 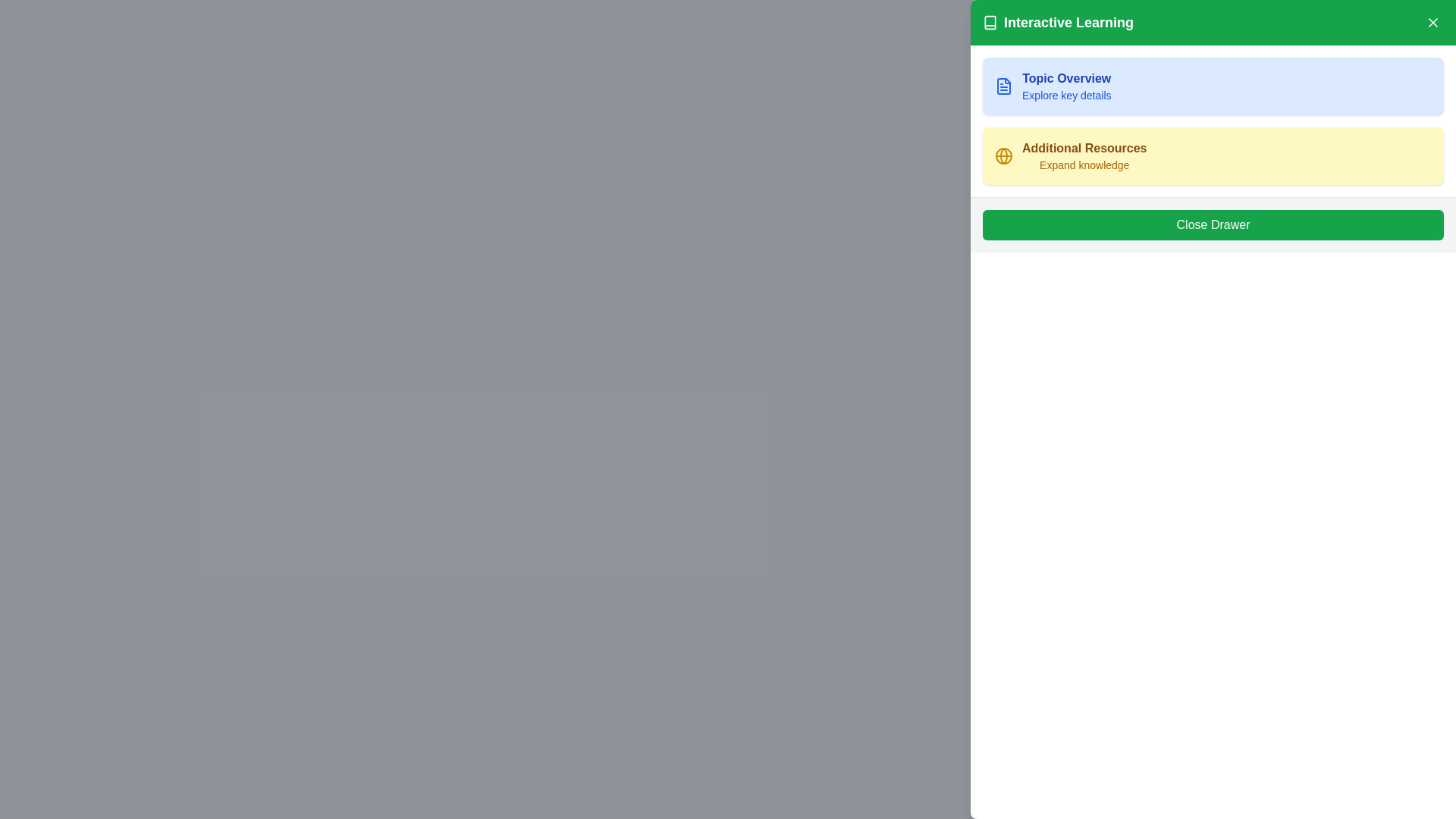 I want to click on 'Additional Resources' label text displayed in bold and semibold font style with a yellowish-brown color, located in the second card-like section below the 'Topic Overview' heading, so click(x=1084, y=149).